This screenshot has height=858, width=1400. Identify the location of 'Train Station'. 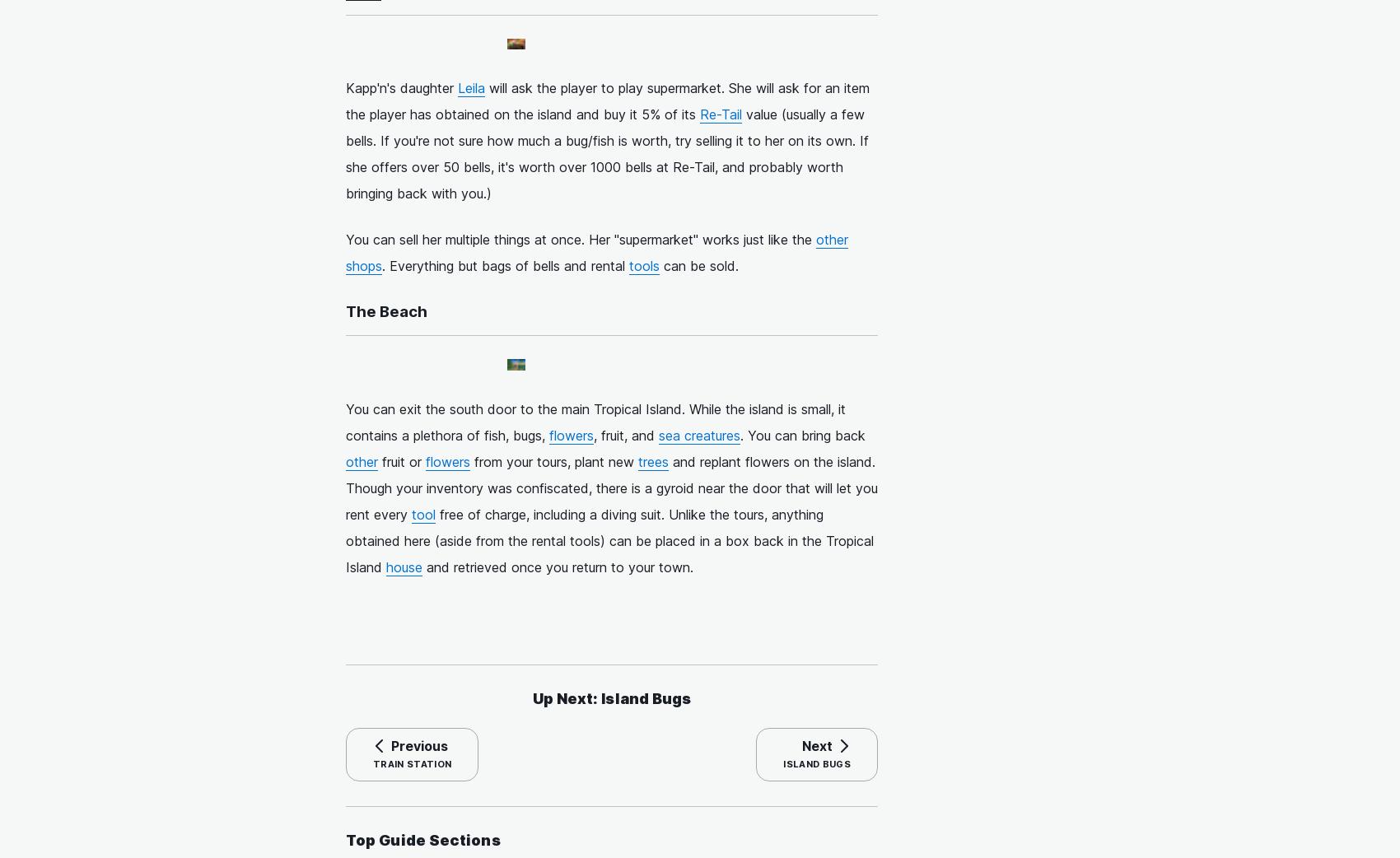
(412, 763).